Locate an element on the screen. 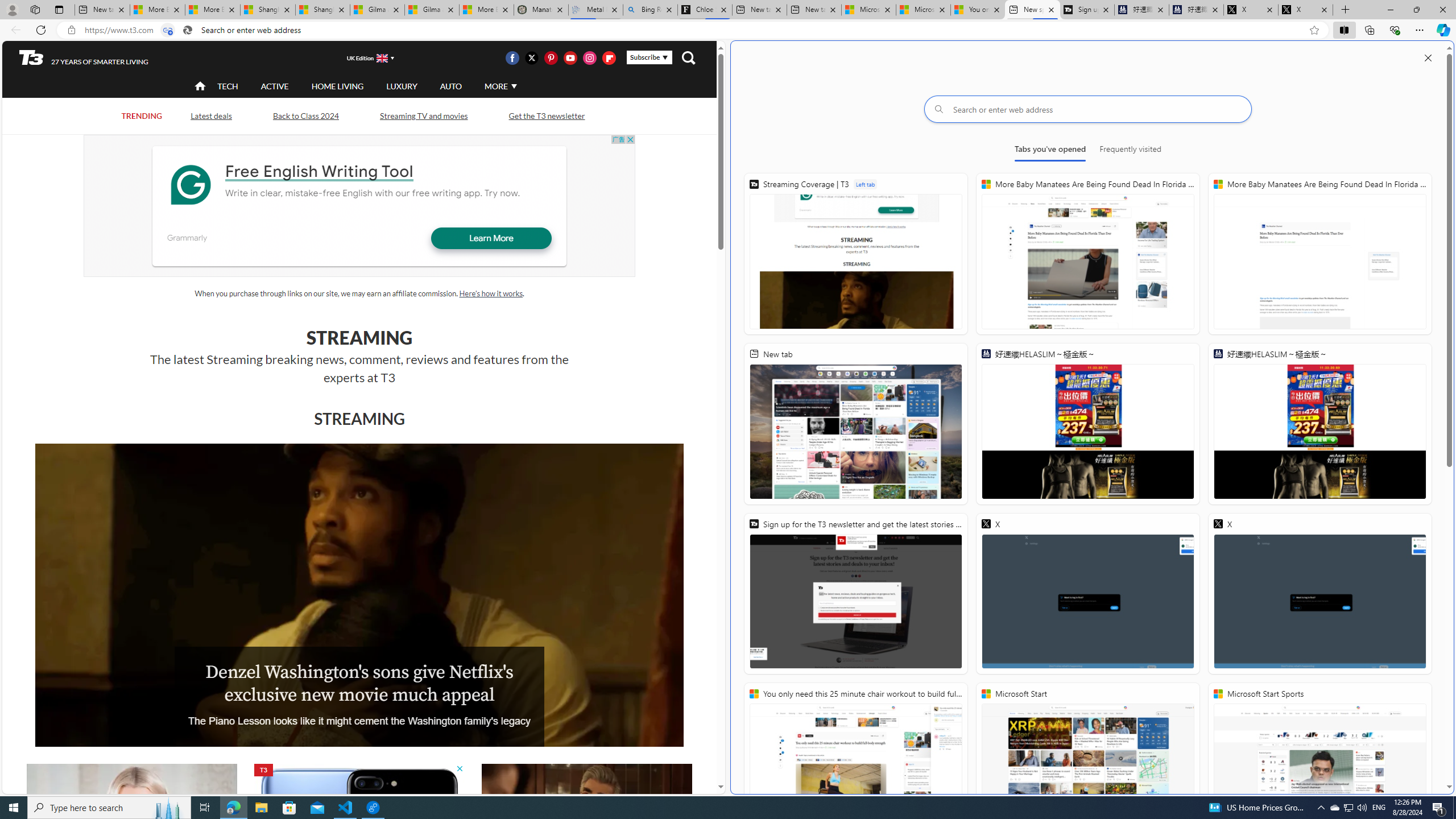 This screenshot has width=1456, height=819. 'Visit us on Flipboard' is located at coordinates (609, 57).